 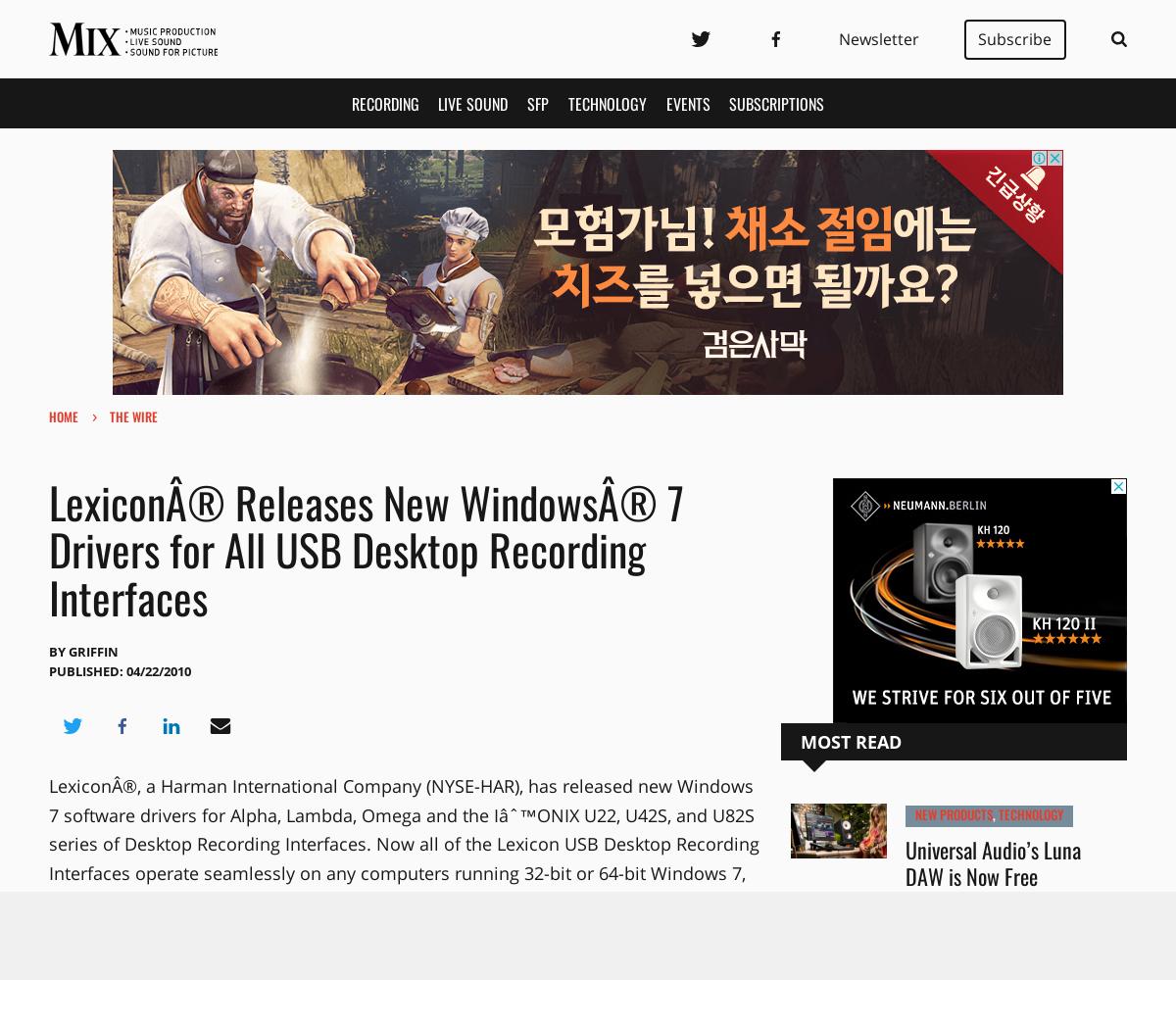 What do you see at coordinates (133, 415) in the screenshot?
I see `'The Wire'` at bounding box center [133, 415].